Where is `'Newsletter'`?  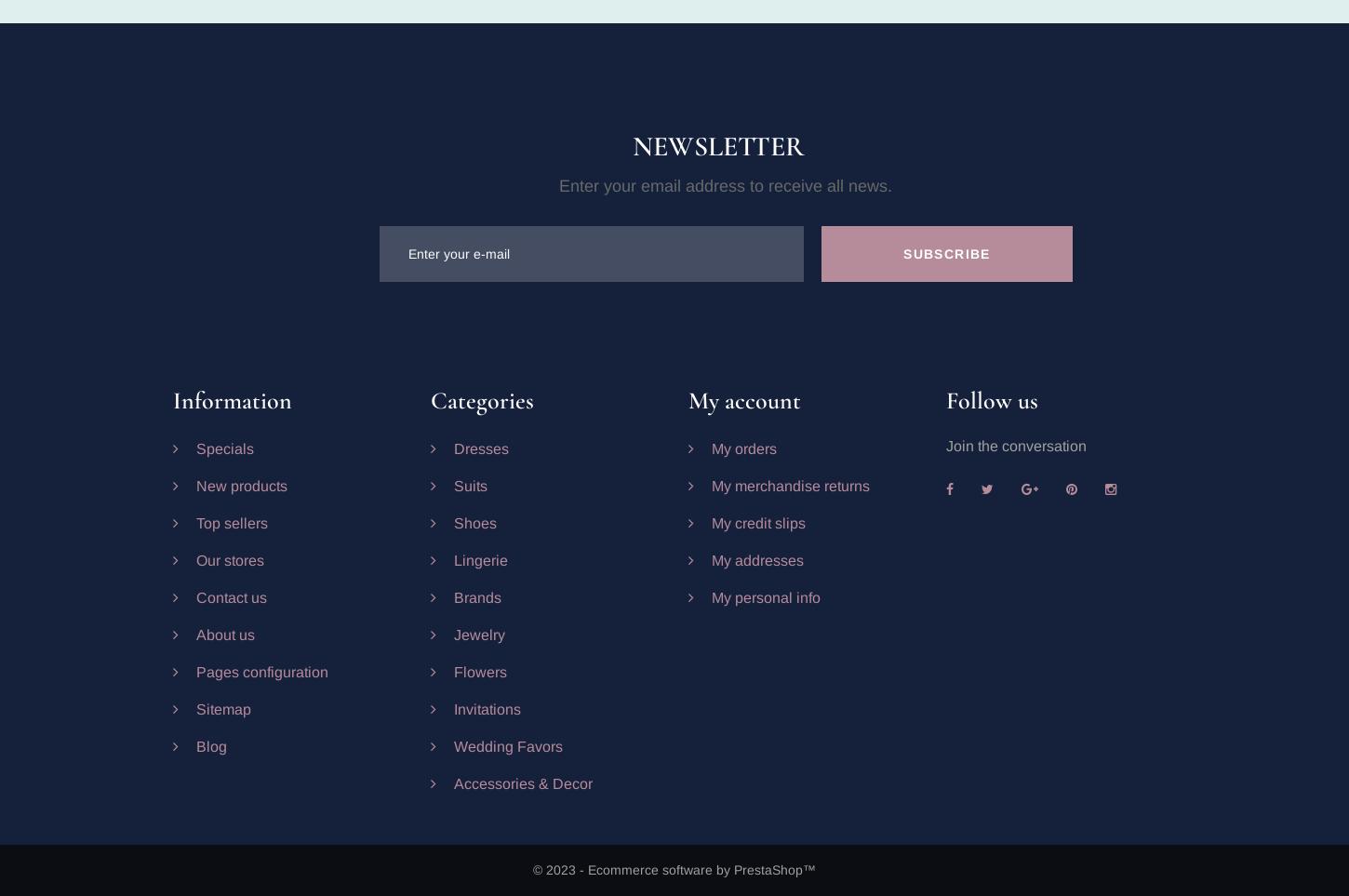
'Newsletter' is located at coordinates (717, 146).